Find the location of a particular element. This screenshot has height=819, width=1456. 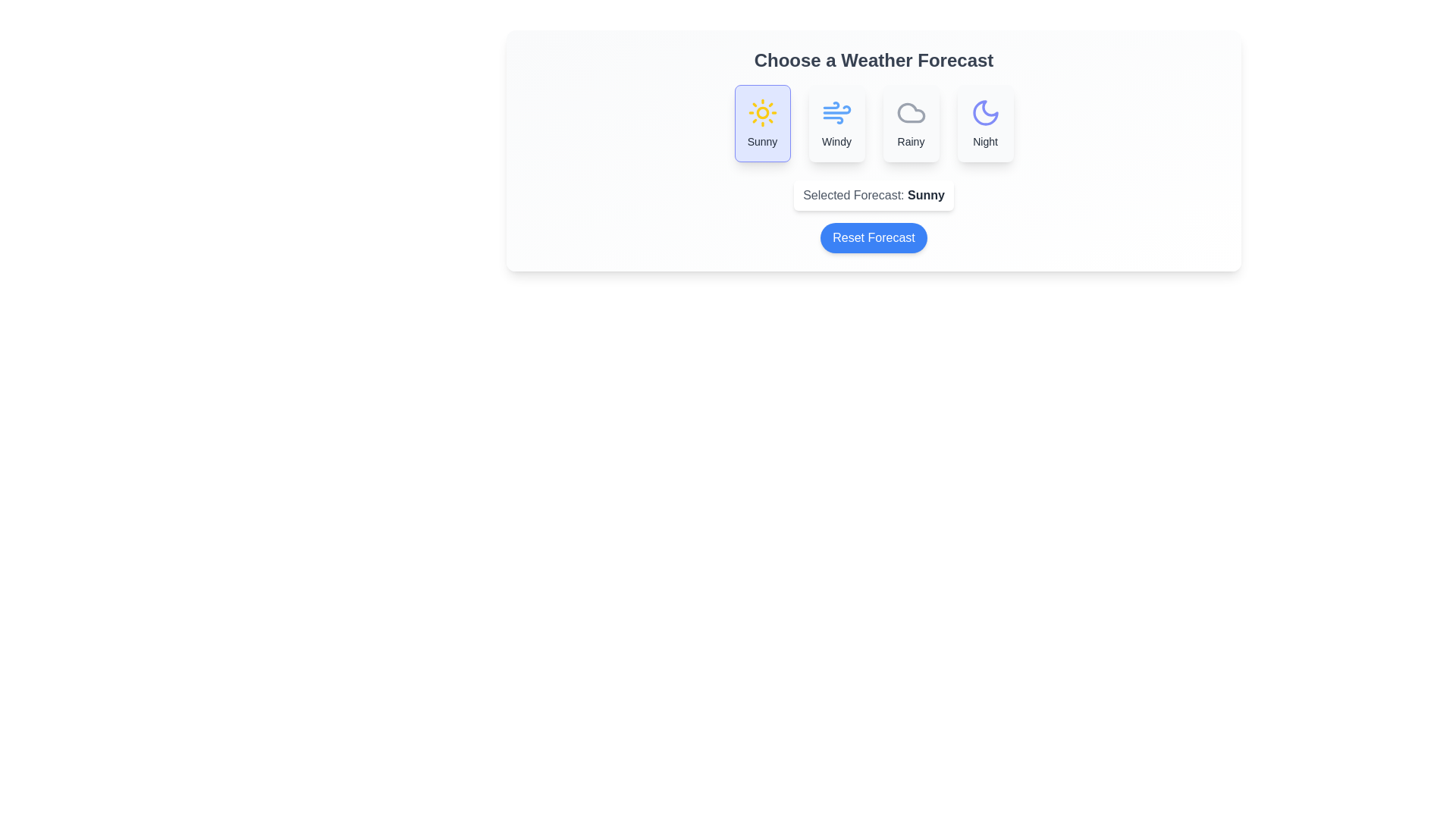

the forecast option Night by clicking on the corresponding button is located at coordinates (985, 122).